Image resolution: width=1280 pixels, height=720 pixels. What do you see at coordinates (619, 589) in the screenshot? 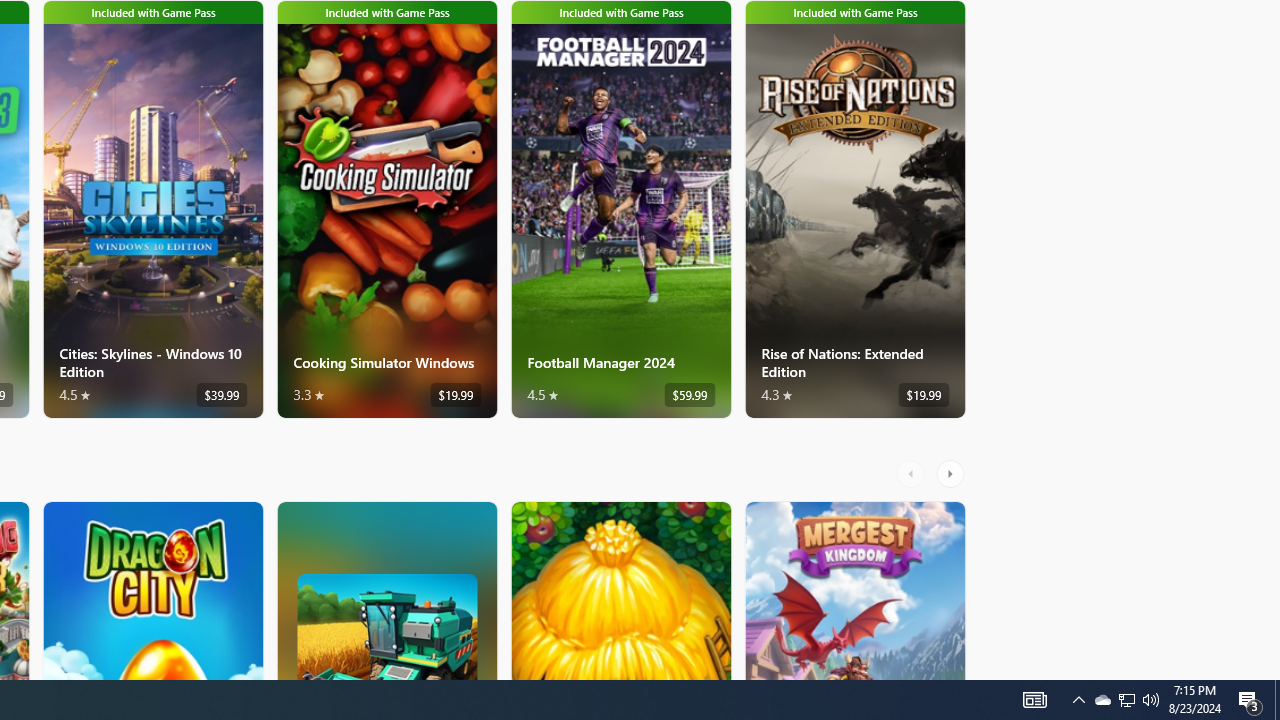
I see `'The Tribez. Average rating of 4.6 out of five stars. Free  '` at bounding box center [619, 589].